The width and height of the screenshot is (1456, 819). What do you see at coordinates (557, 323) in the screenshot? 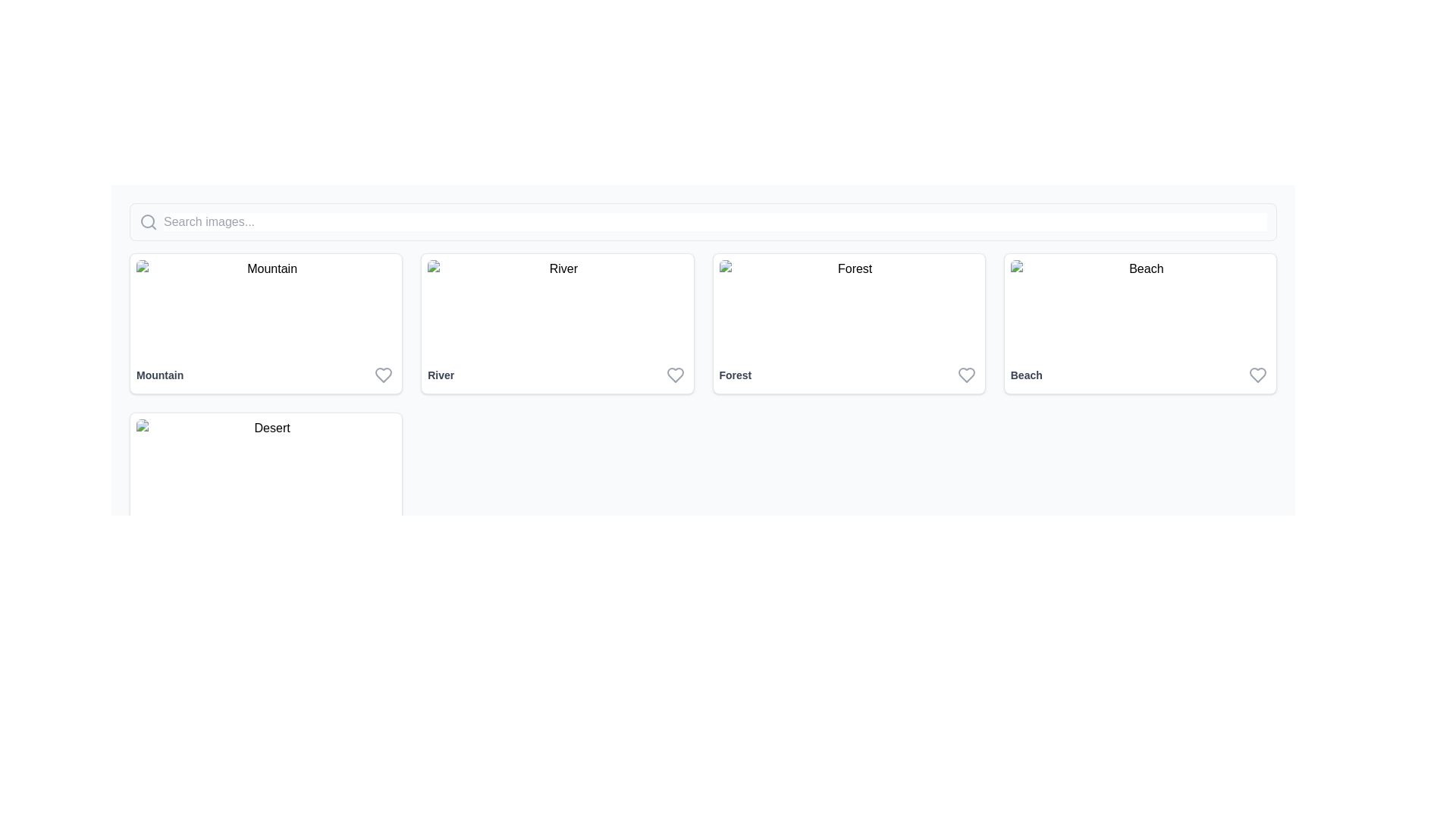
I see `the interactive card labeled 'River'` at bounding box center [557, 323].